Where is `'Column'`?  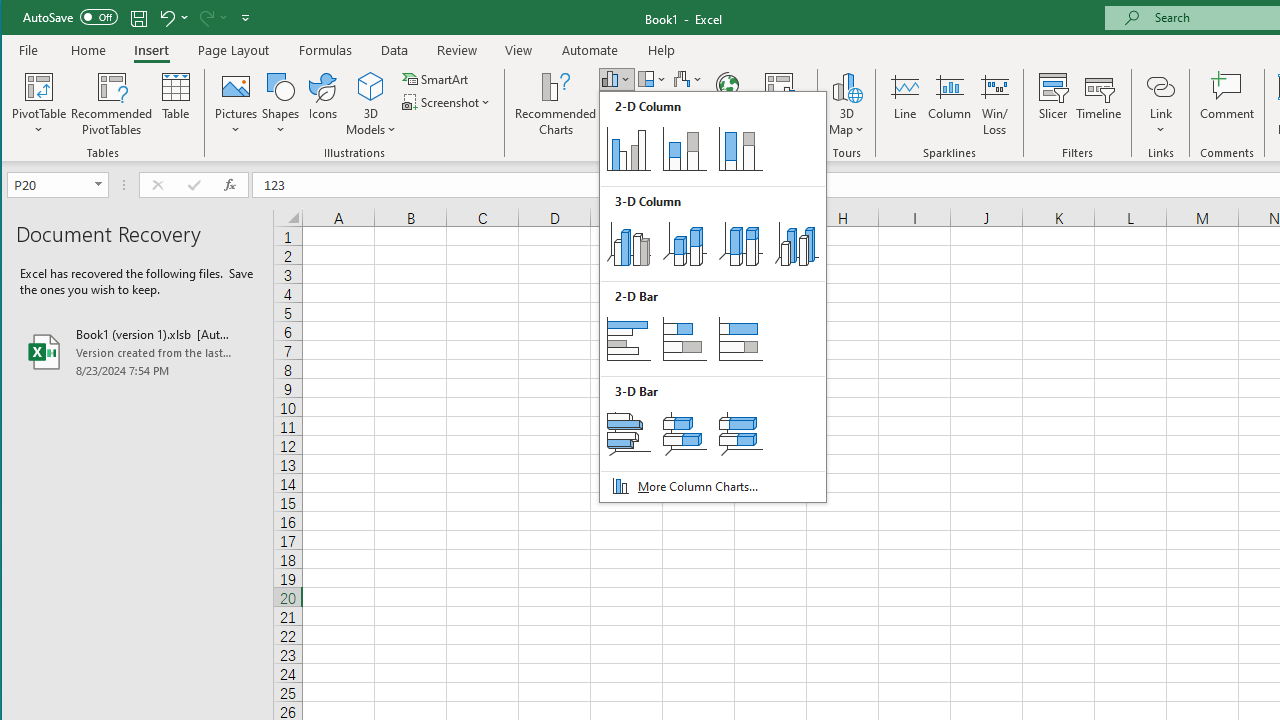 'Column' is located at coordinates (948, 104).